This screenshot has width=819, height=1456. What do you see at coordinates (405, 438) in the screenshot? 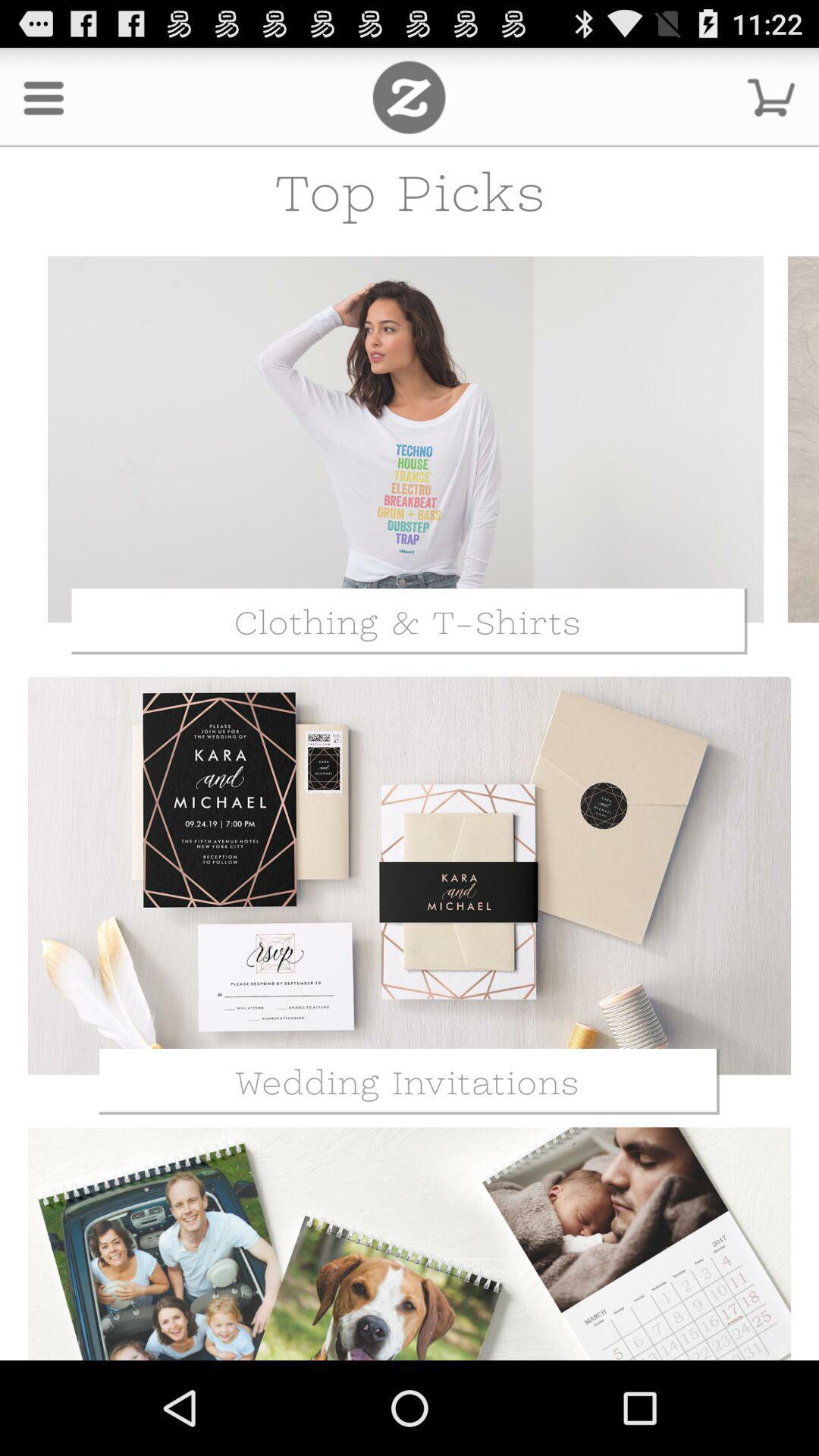
I see `clothing options tab` at bounding box center [405, 438].